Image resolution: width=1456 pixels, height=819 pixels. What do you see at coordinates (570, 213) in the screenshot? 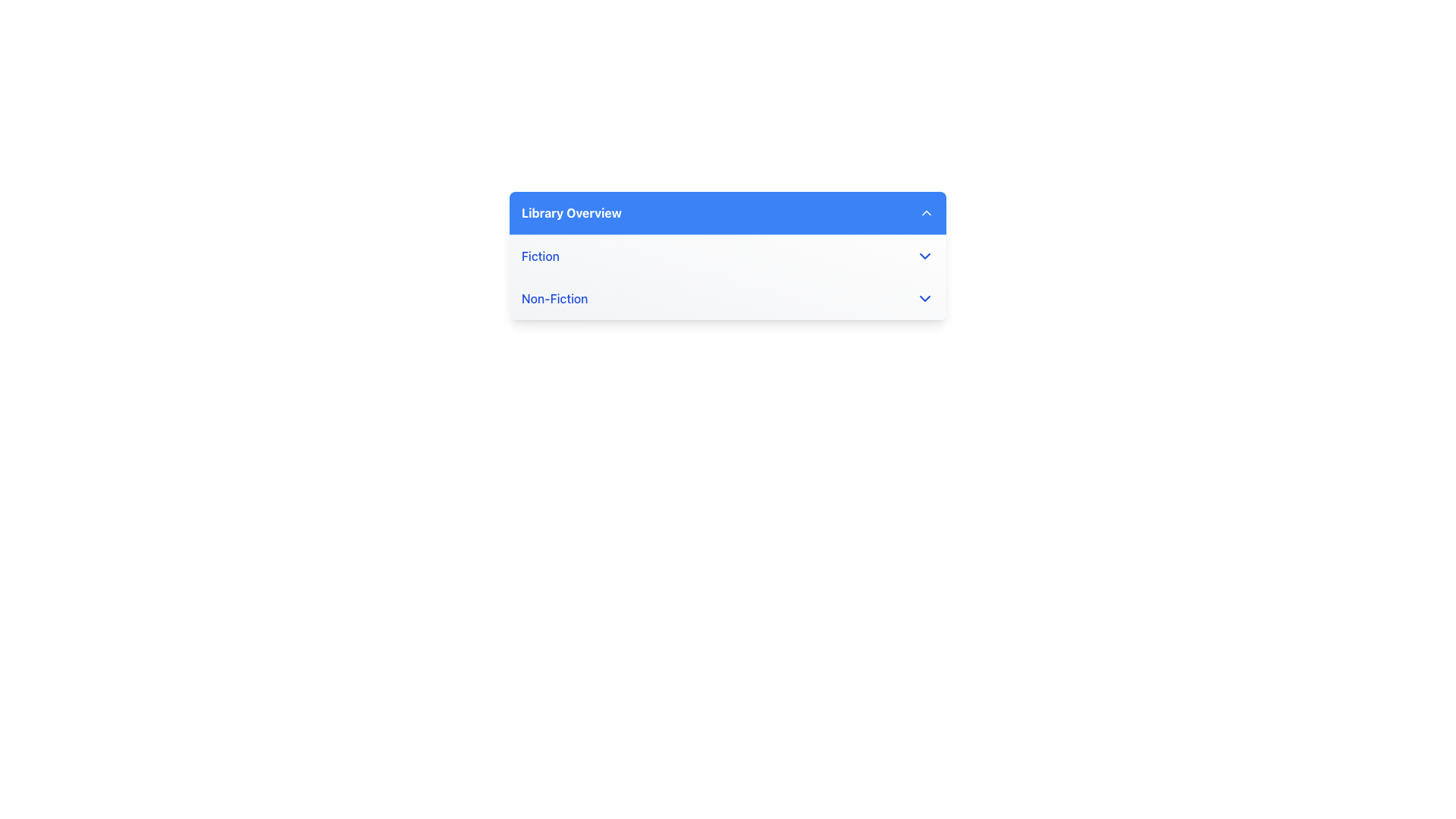
I see `the bold text label 'Library Overview' which is styled with white text on a blue background, located in the left section of the dropdown menu's header bar` at bounding box center [570, 213].